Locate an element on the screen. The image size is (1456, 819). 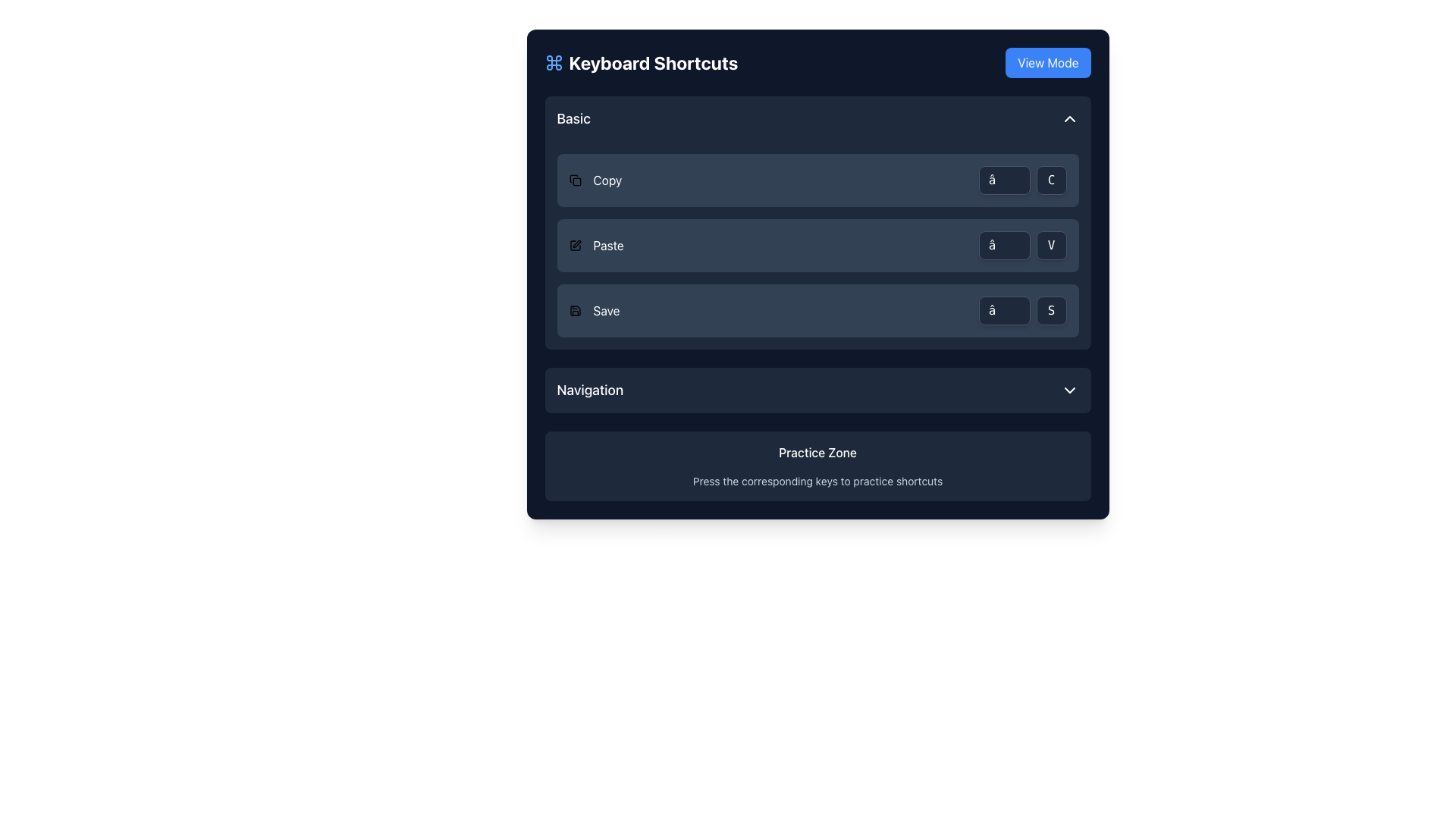
the 'Paste' action element is located at coordinates (817, 245).